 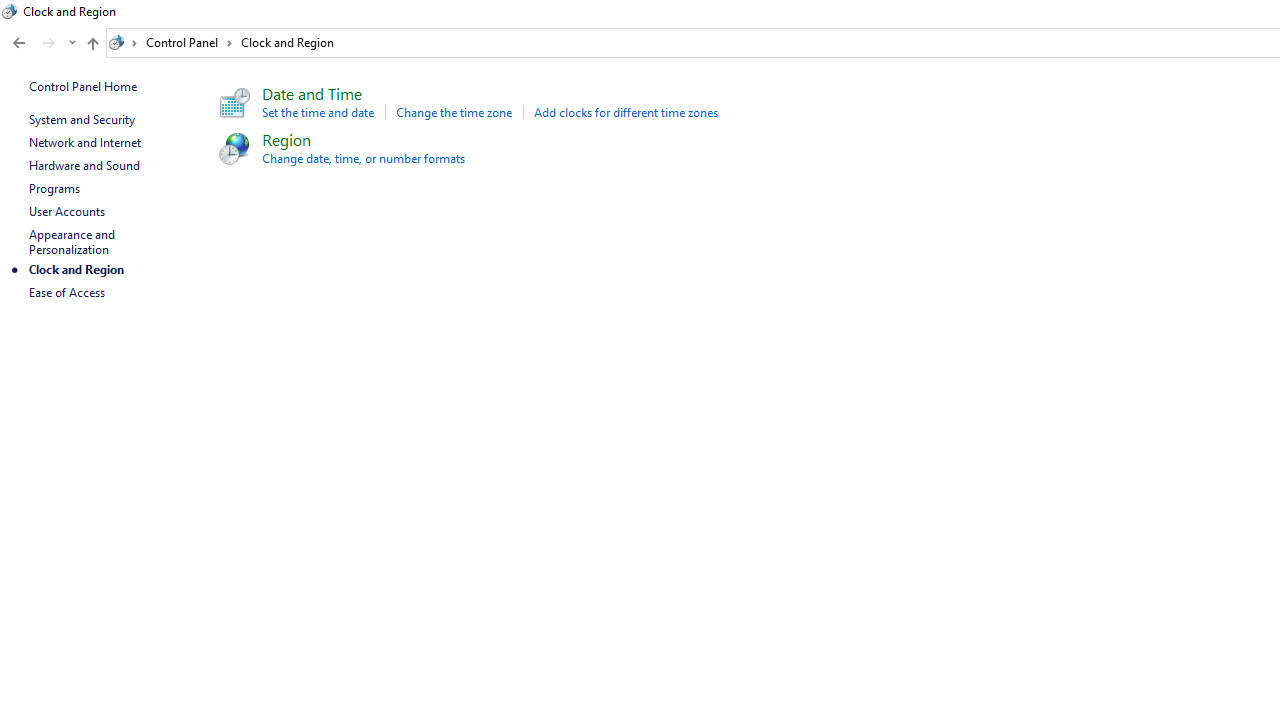 What do you see at coordinates (67, 211) in the screenshot?
I see `'User Accounts'` at bounding box center [67, 211].